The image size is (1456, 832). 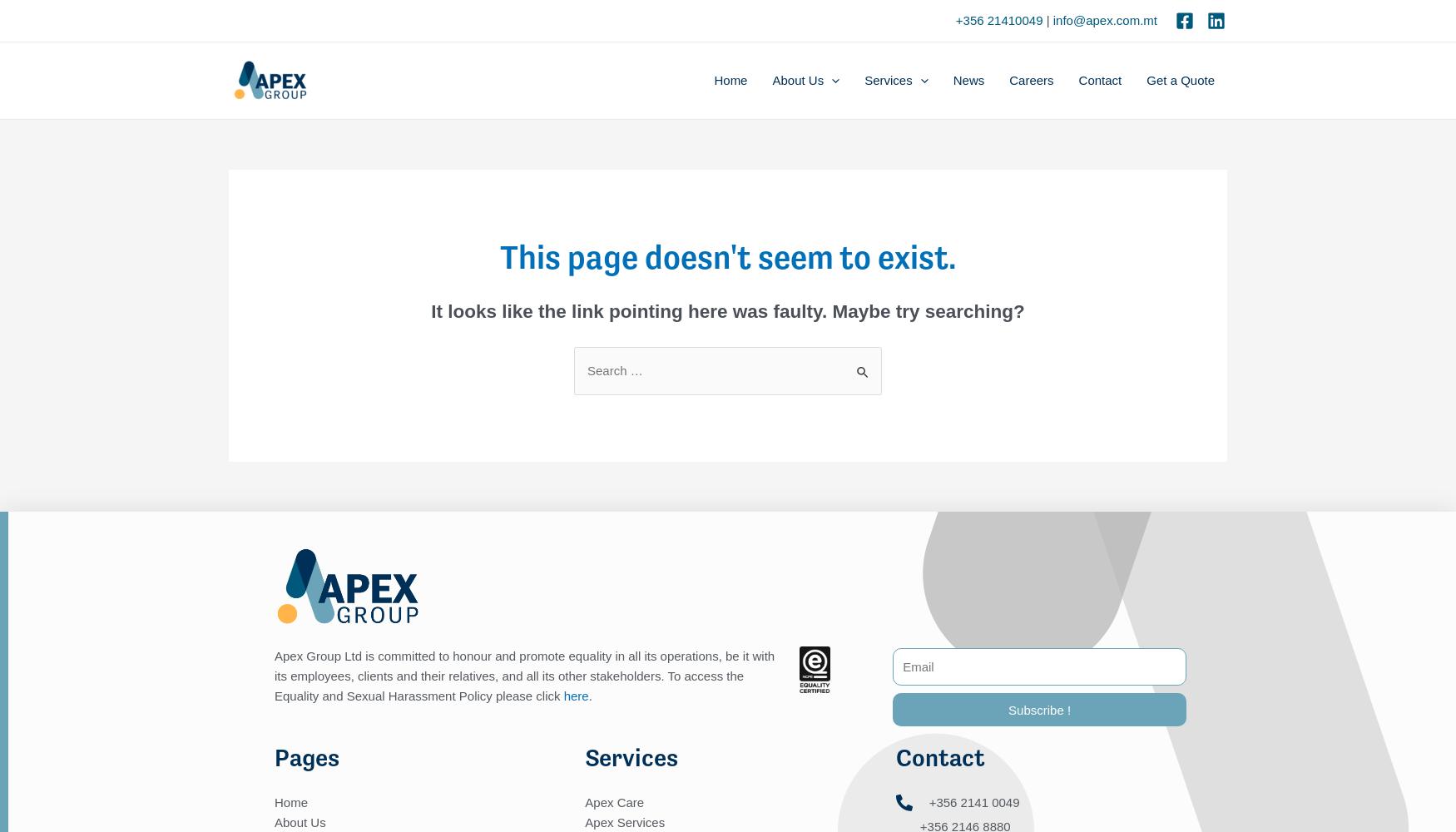 I want to click on 'Apex Group Ltd is committed to honour and promote equality in all its operations, be it with its employees, clients and their relatives, and all its other stakeholders. To access the Equality and Sexual Harassment Policy please click', so click(x=523, y=675).